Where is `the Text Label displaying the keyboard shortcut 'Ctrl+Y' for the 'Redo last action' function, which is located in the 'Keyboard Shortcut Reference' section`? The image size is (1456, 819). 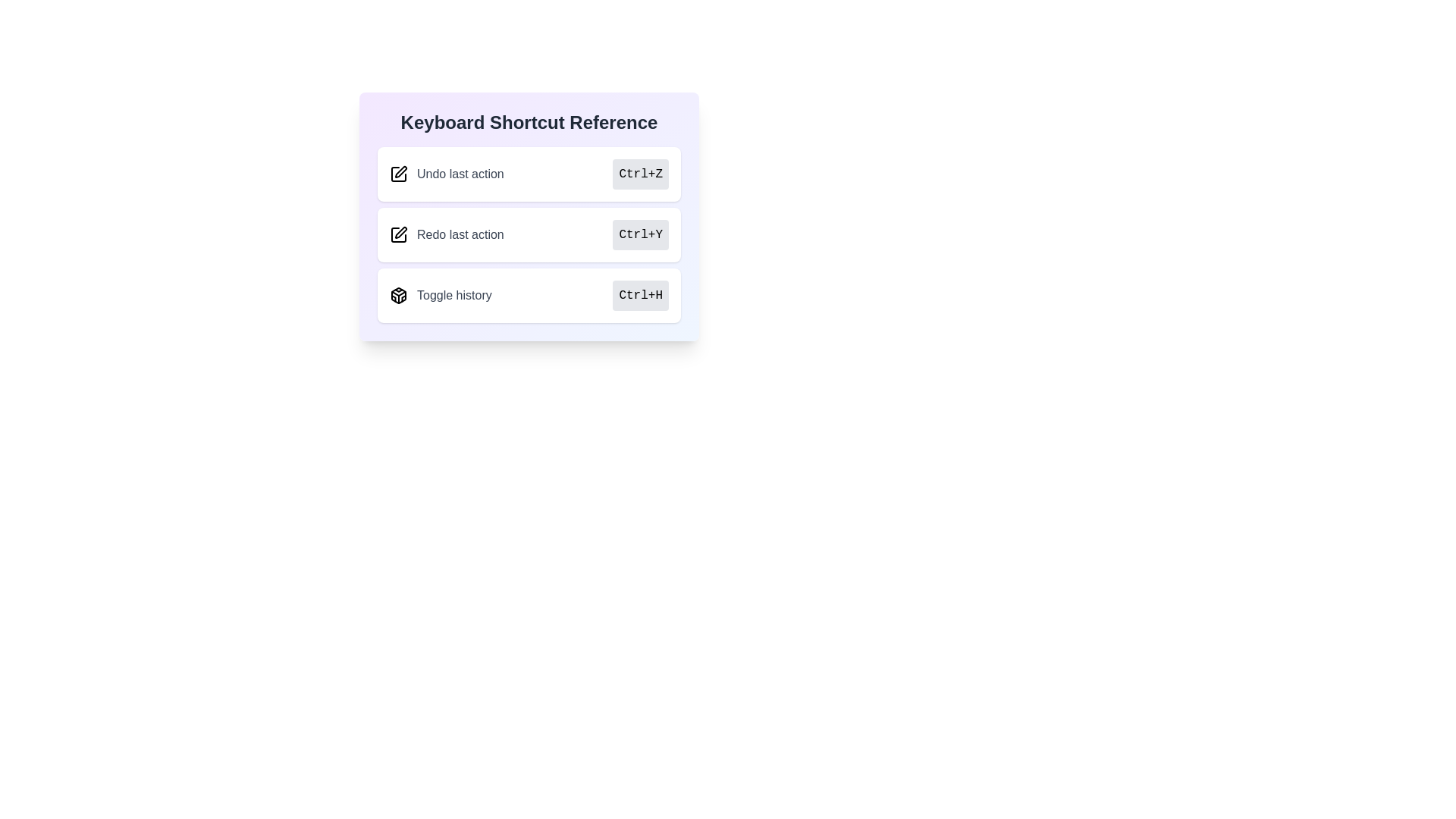
the Text Label displaying the keyboard shortcut 'Ctrl+Y' for the 'Redo last action' function, which is located in the 'Keyboard Shortcut Reference' section is located at coordinates (641, 234).